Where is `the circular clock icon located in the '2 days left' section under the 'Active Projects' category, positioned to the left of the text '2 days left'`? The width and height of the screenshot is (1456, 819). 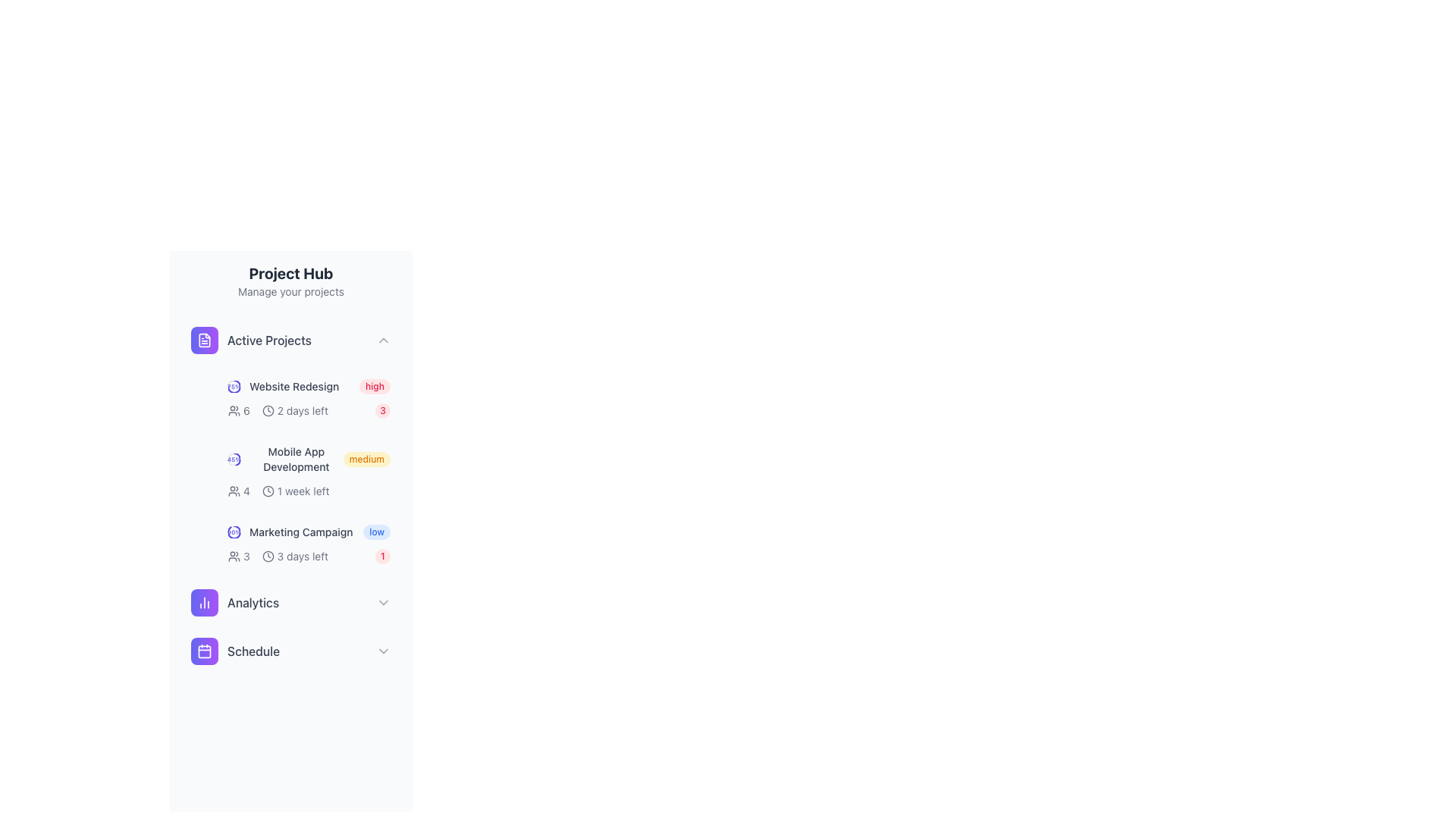
the circular clock icon located in the '2 days left' section under the 'Active Projects' category, positioned to the left of the text '2 days left' is located at coordinates (268, 411).